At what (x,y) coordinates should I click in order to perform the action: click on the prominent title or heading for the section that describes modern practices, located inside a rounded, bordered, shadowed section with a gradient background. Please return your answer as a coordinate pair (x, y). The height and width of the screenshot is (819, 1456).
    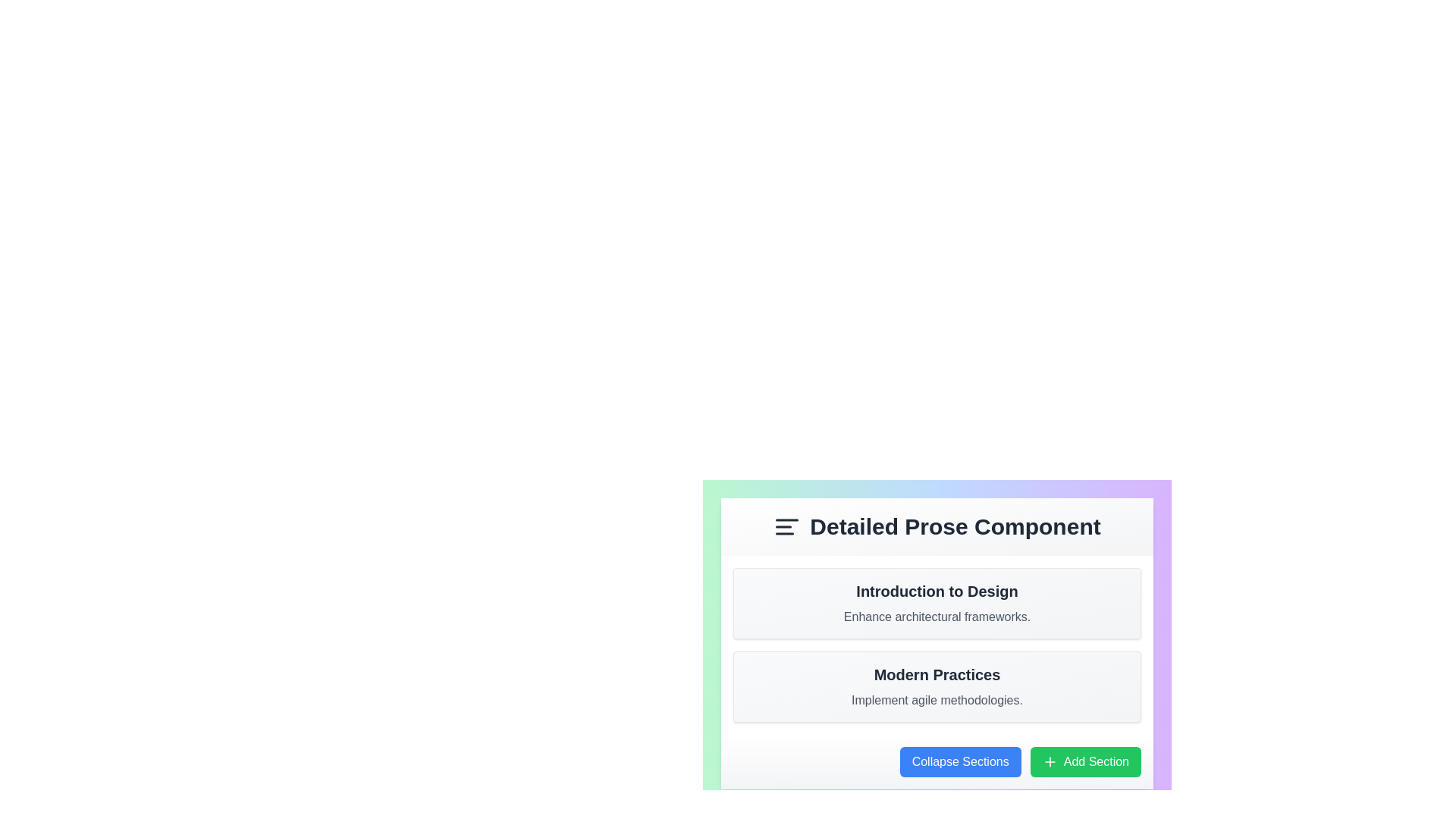
    Looking at the image, I should click on (937, 674).